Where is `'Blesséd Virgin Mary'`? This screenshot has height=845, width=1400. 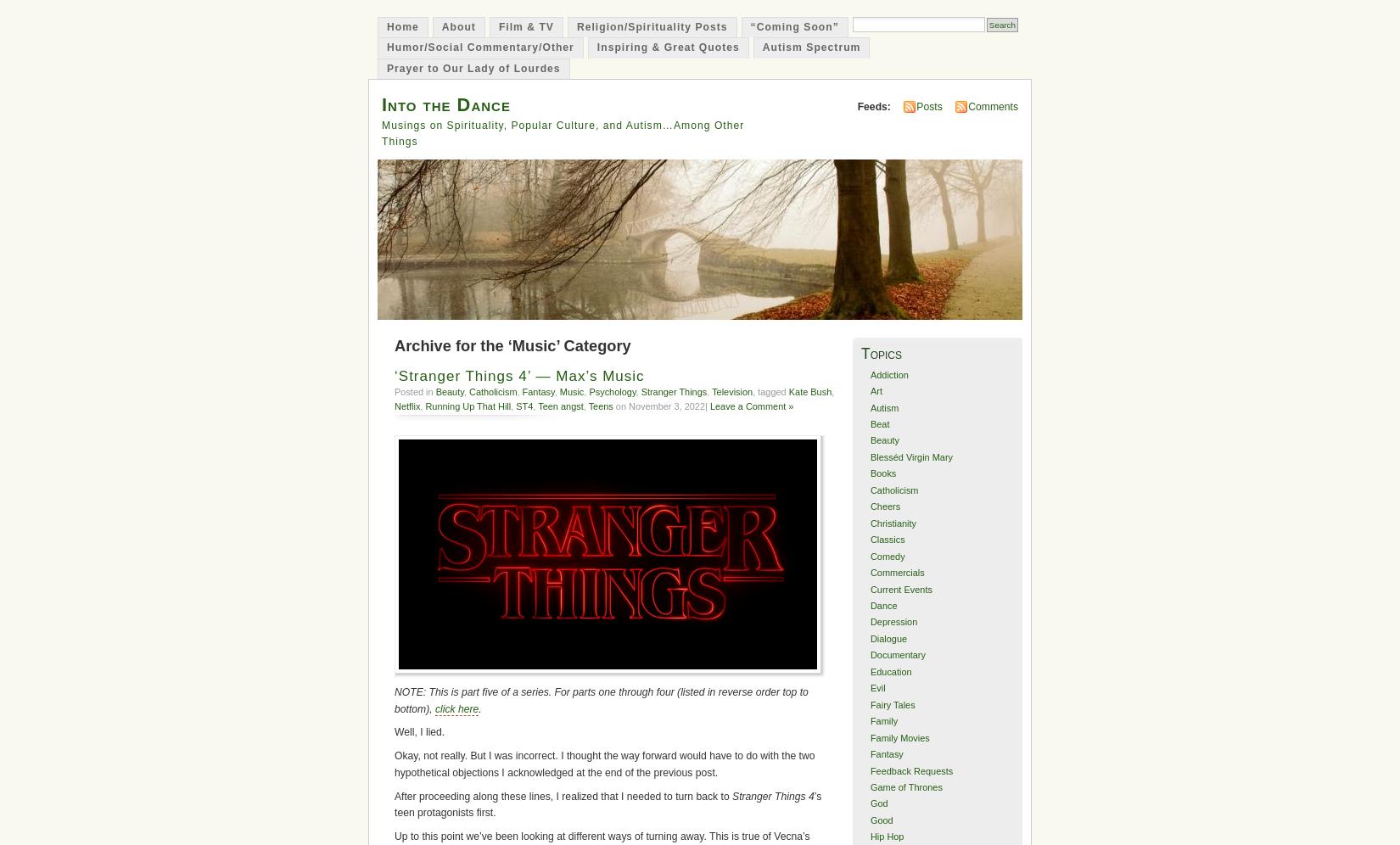 'Blesséd Virgin Mary' is located at coordinates (910, 456).